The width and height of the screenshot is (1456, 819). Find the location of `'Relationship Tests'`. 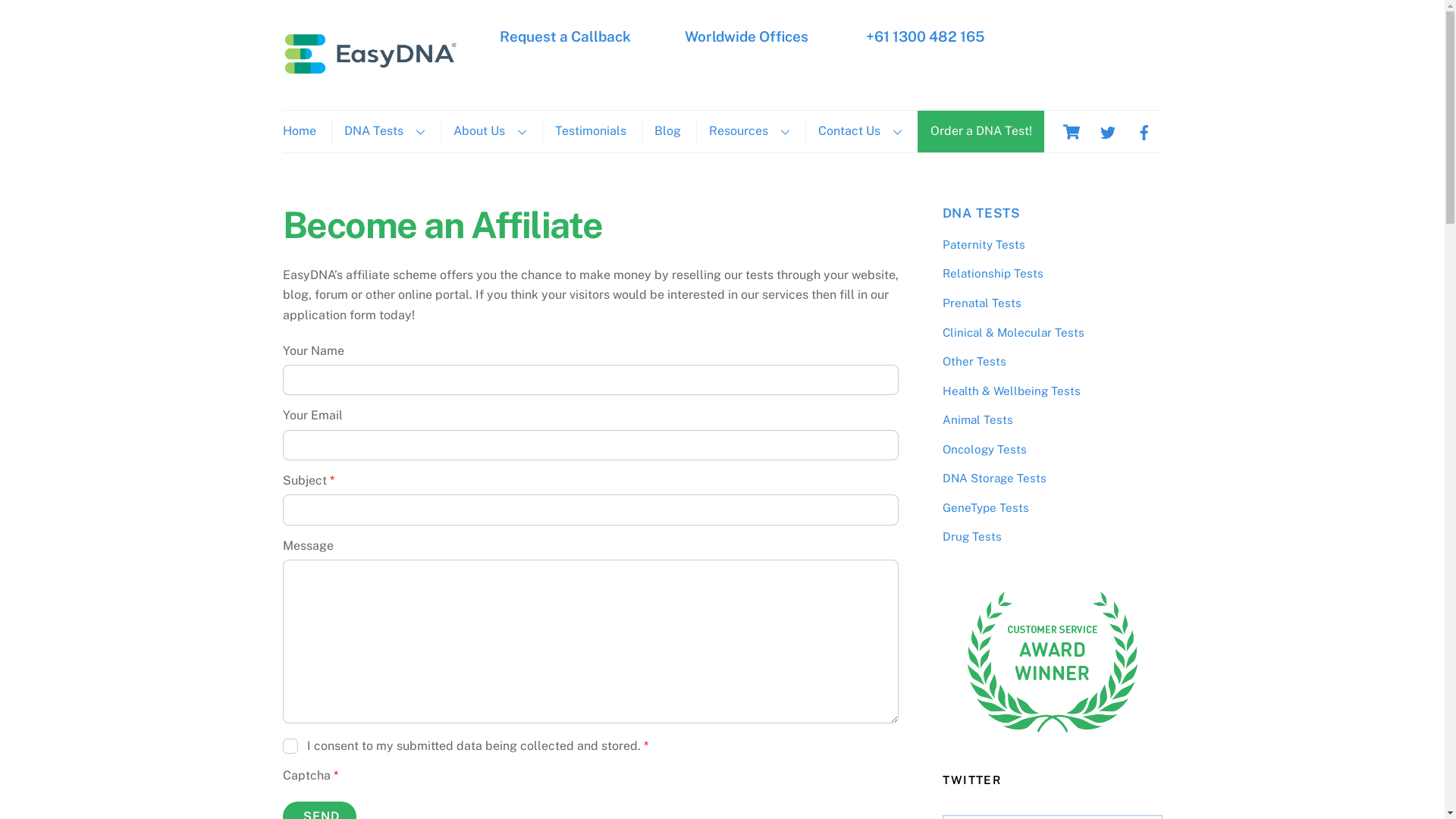

'Relationship Tests' is located at coordinates (992, 273).